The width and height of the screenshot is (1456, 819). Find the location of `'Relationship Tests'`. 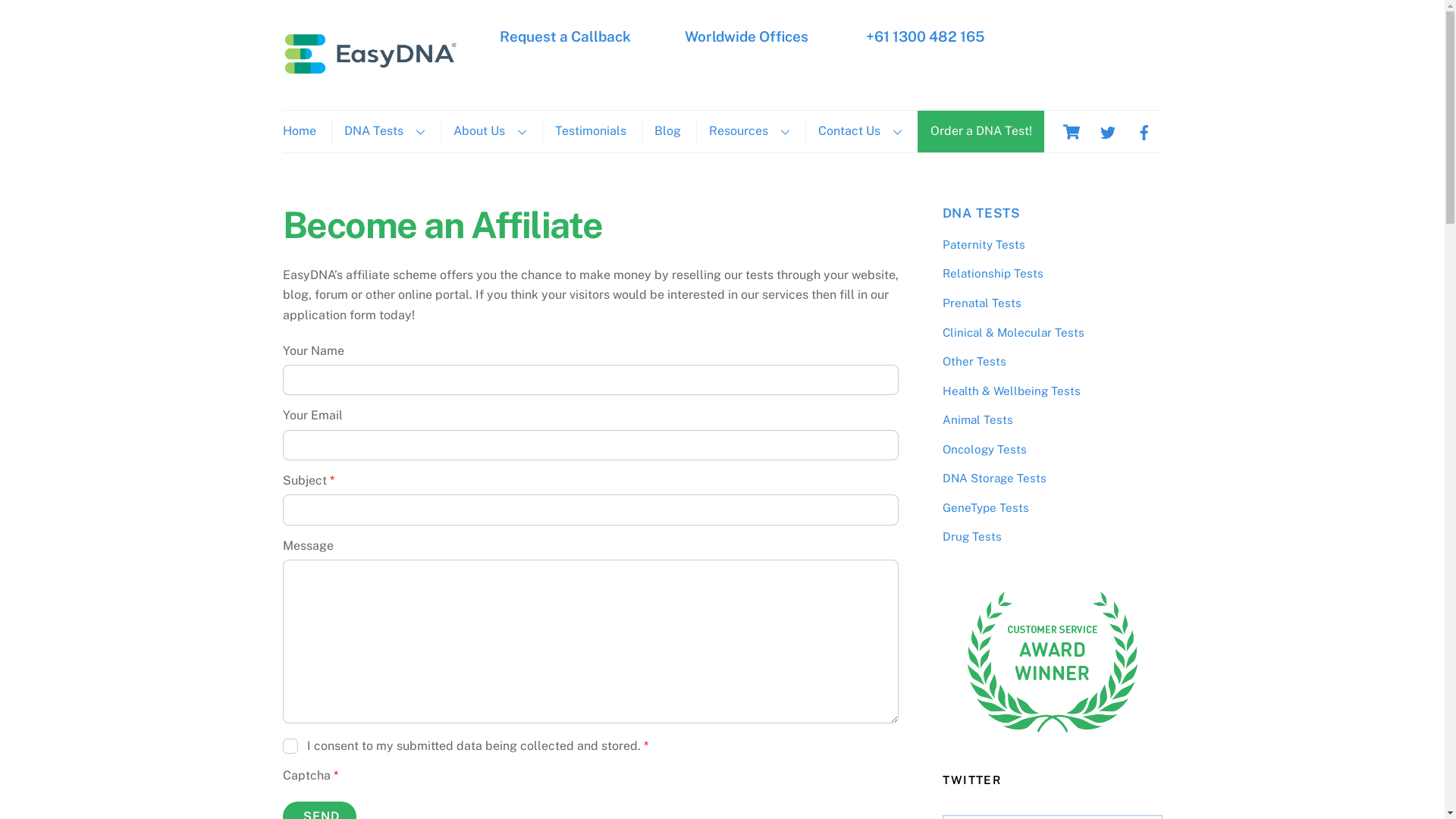

'Relationship Tests' is located at coordinates (992, 273).